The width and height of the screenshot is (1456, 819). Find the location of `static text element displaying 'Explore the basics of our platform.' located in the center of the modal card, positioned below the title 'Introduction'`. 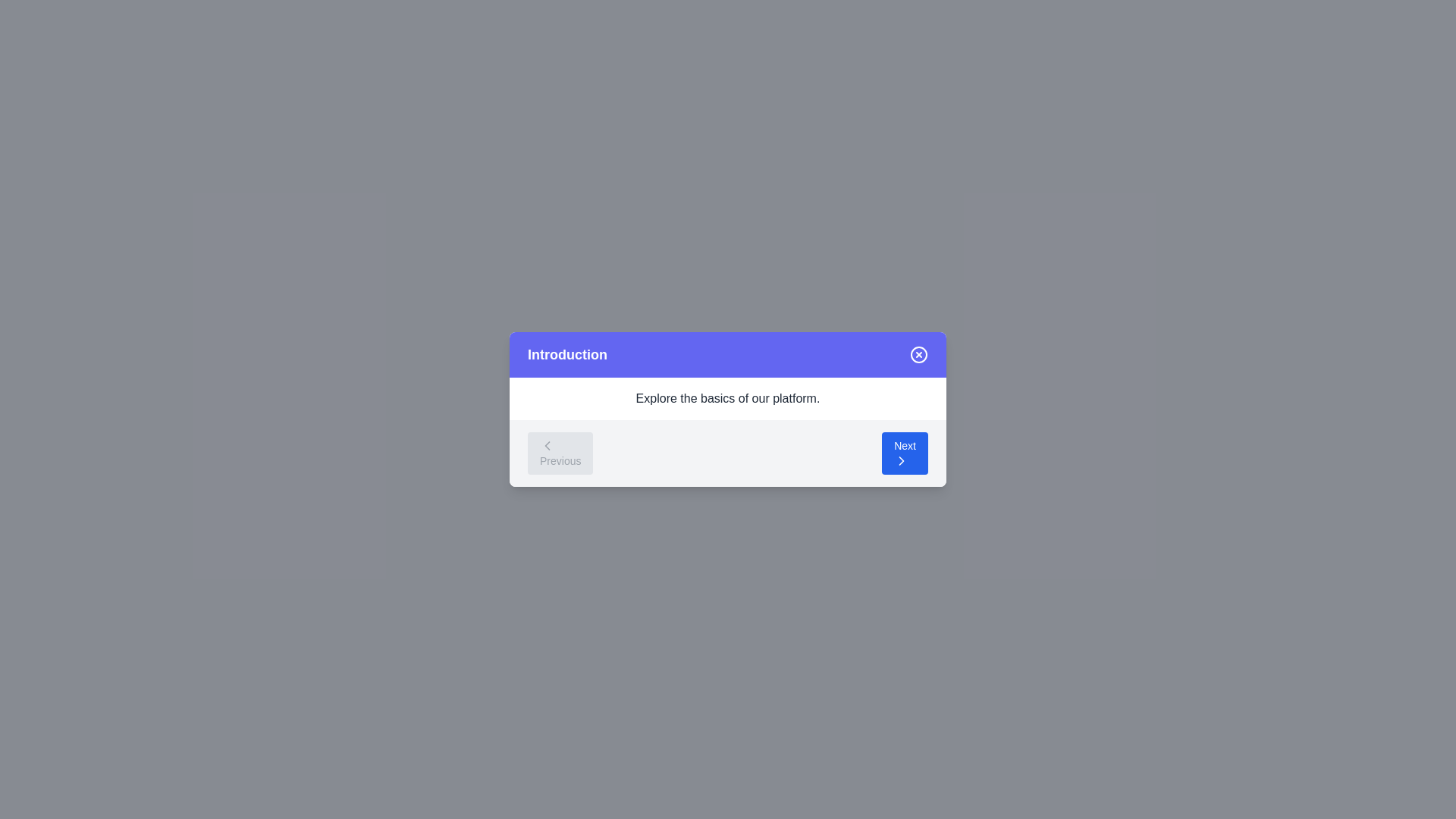

static text element displaying 'Explore the basics of our platform.' located in the center of the modal card, positioned below the title 'Introduction' is located at coordinates (728, 397).